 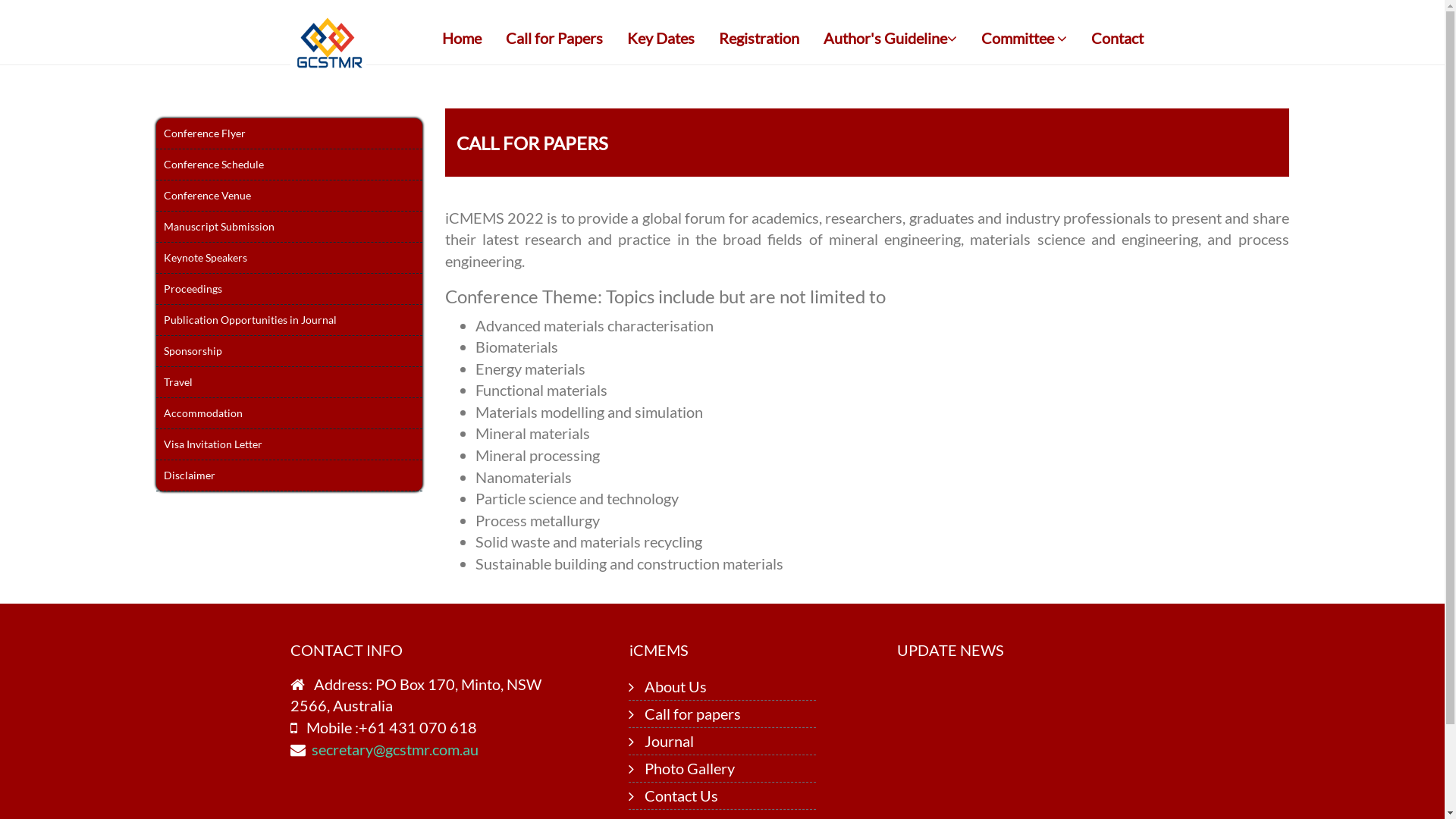 What do you see at coordinates (289, 319) in the screenshot?
I see `'Publication Opportunities in Journal'` at bounding box center [289, 319].